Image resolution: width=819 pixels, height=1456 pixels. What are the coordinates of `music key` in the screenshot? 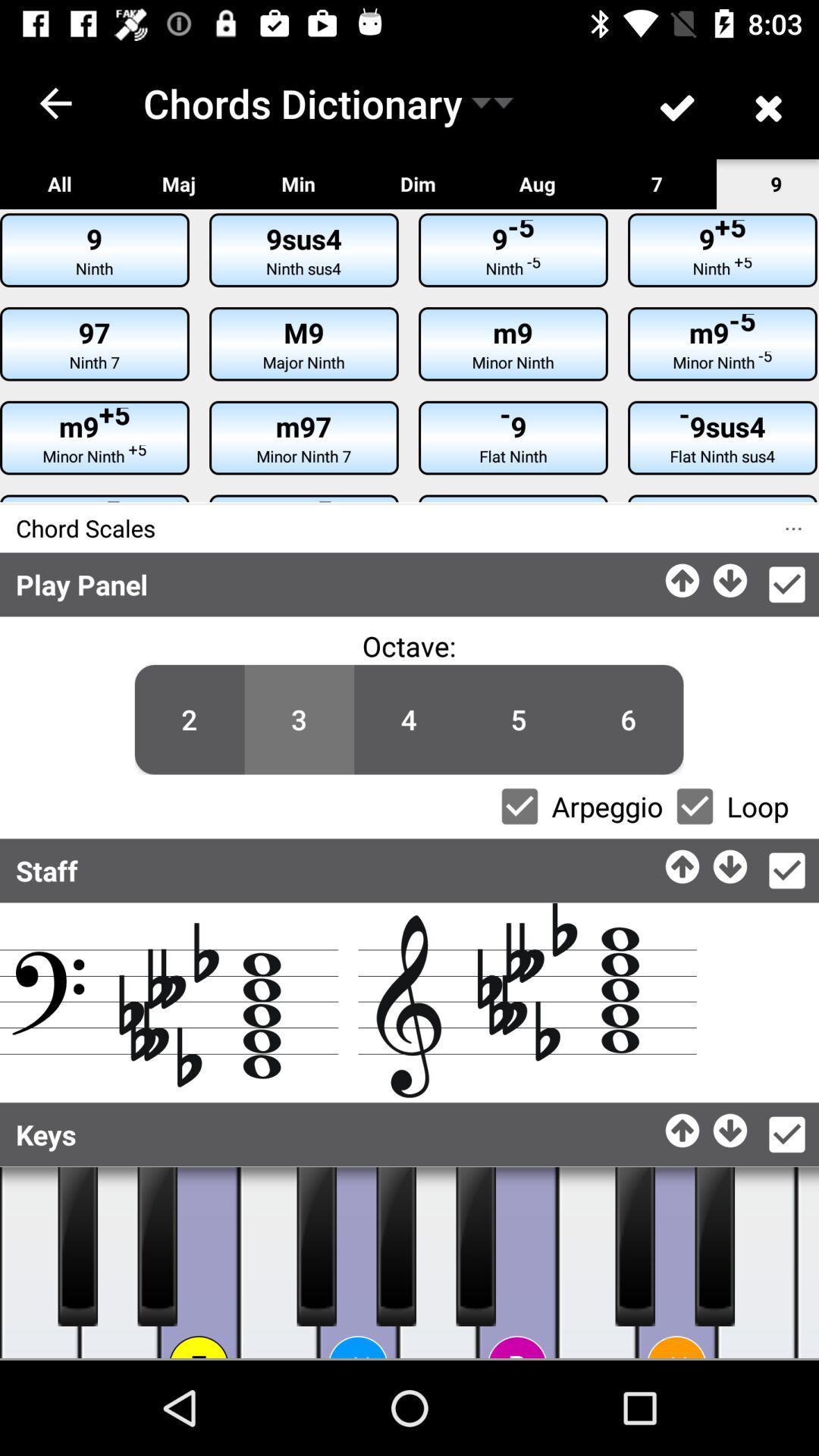 It's located at (756, 1263).